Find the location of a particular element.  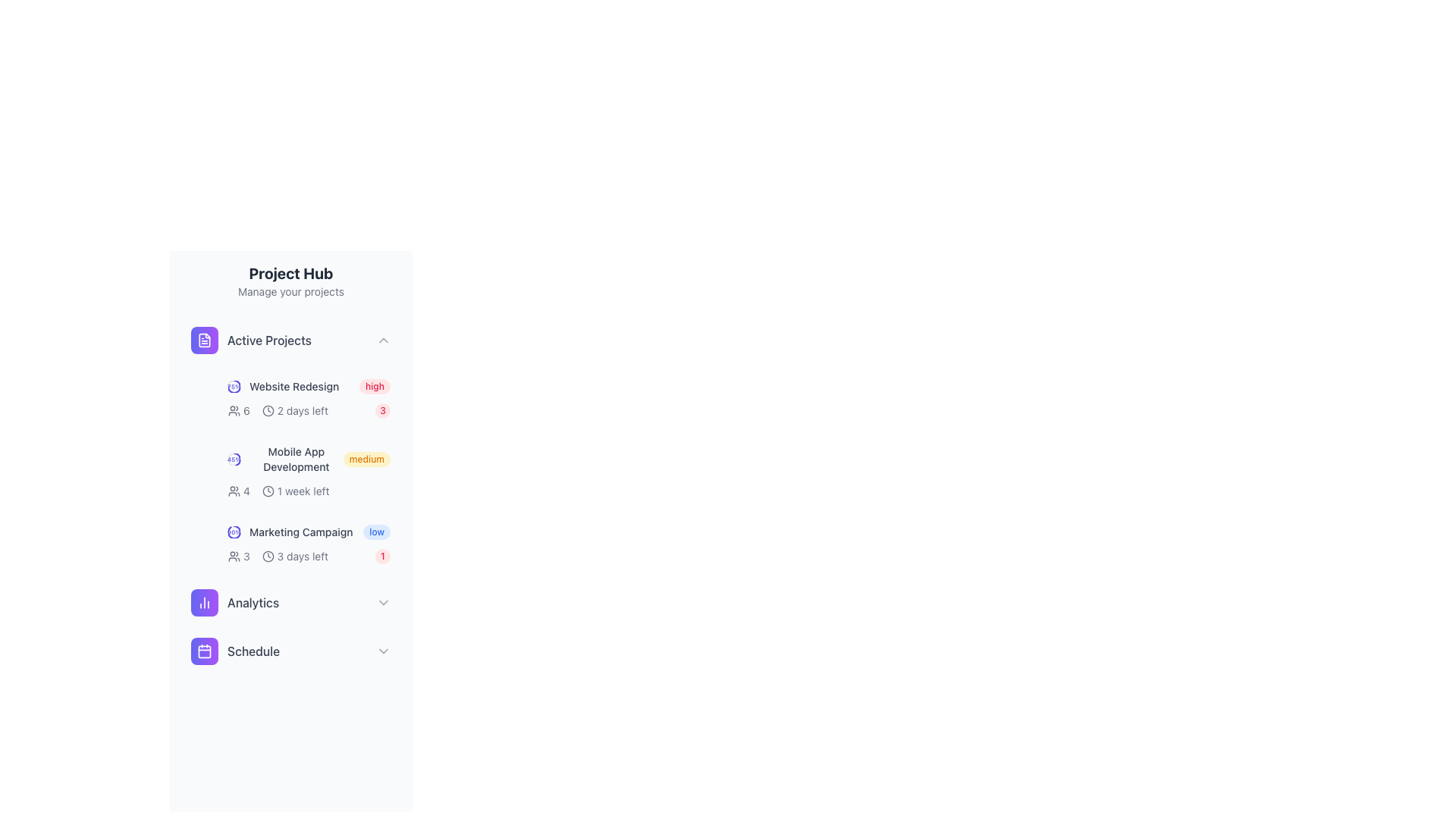

text '2 days left' associated with the clock icon in the 'Active Projects' section of the 'Website Redesign' project details is located at coordinates (278, 411).